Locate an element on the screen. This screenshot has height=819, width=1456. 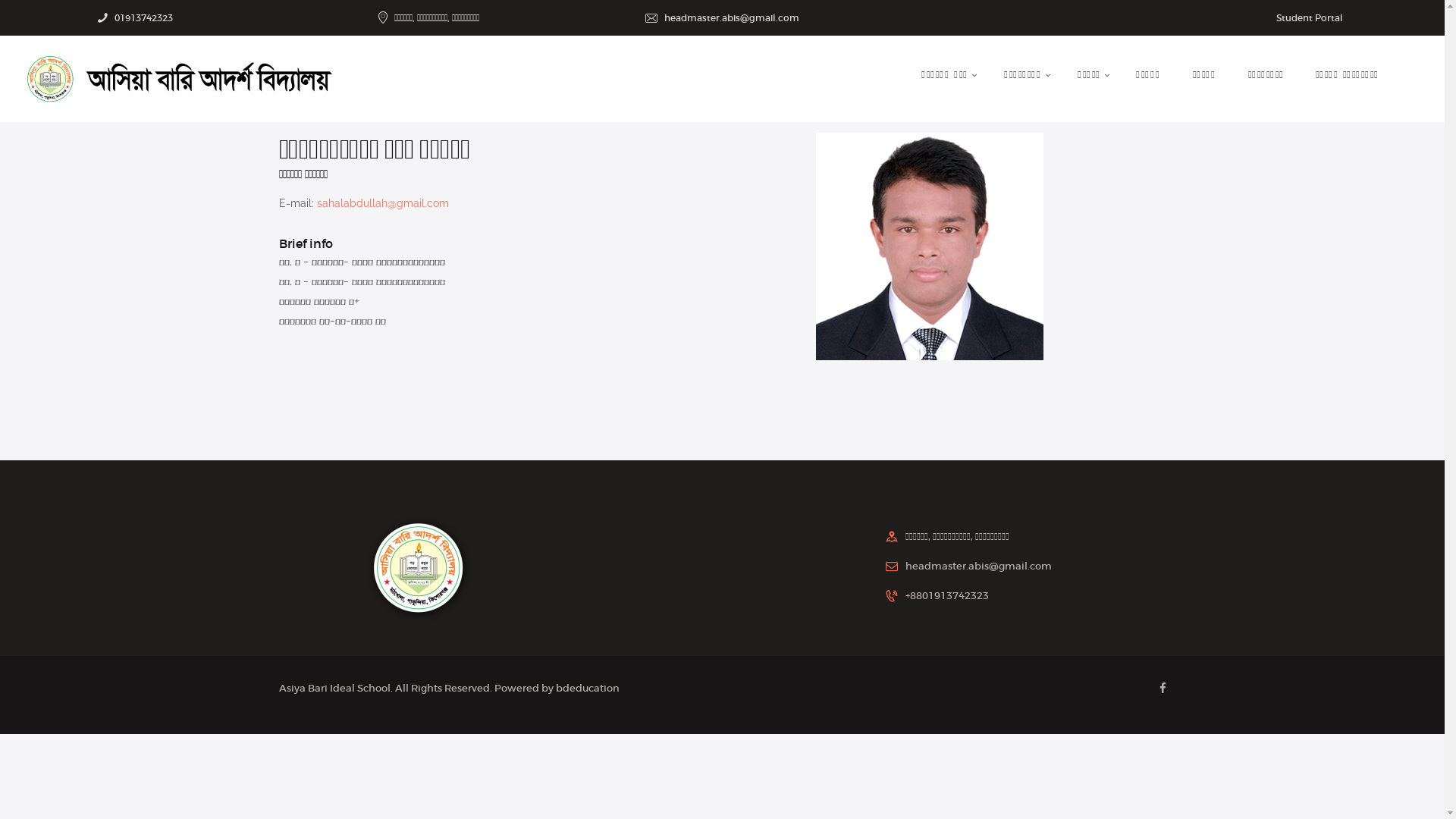
'+8801913742323' is located at coordinates (905, 595).